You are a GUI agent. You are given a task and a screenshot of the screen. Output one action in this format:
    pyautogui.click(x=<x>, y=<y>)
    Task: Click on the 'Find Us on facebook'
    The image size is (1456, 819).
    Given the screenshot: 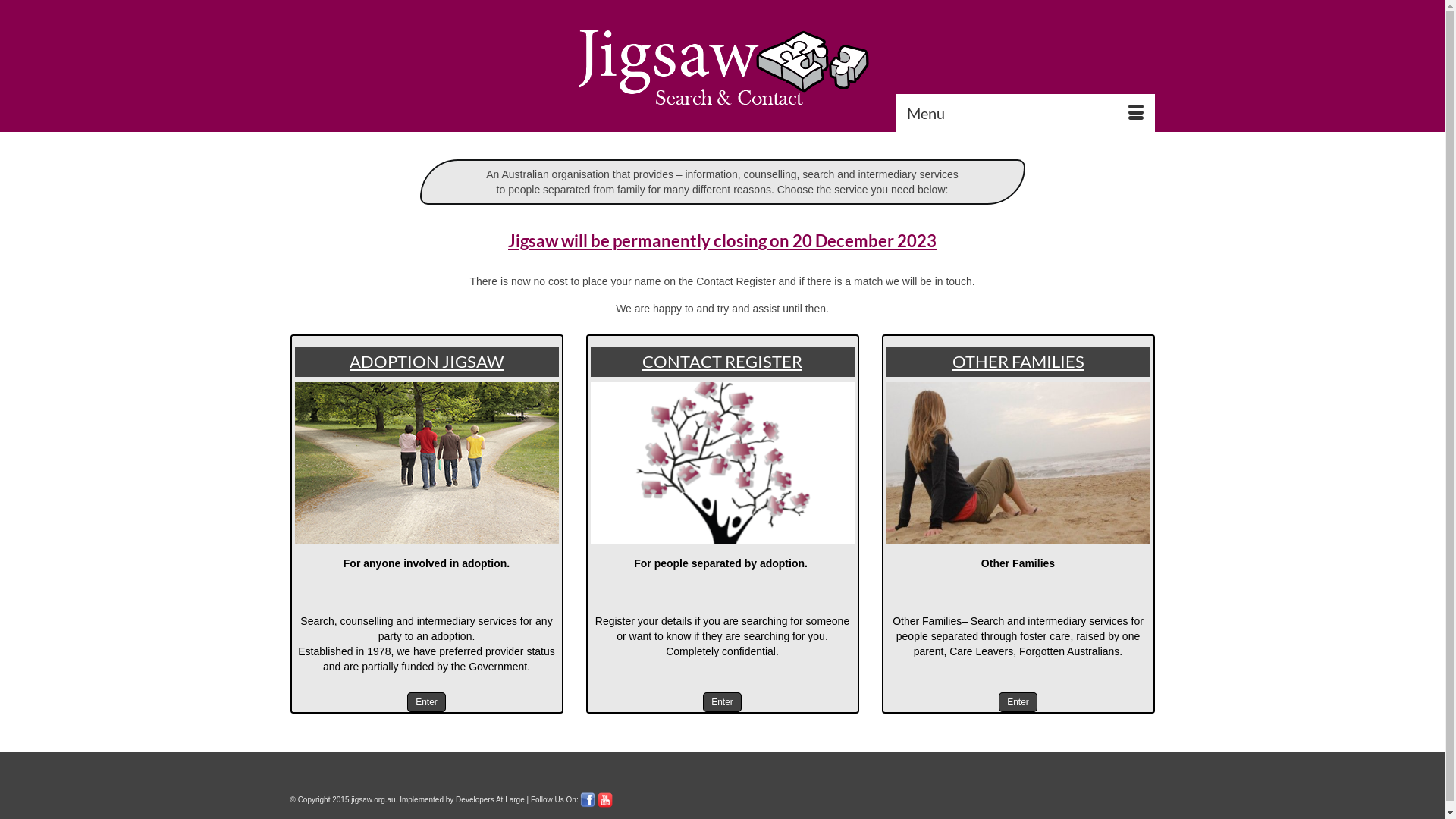 What is the action you would take?
    pyautogui.click(x=586, y=799)
    